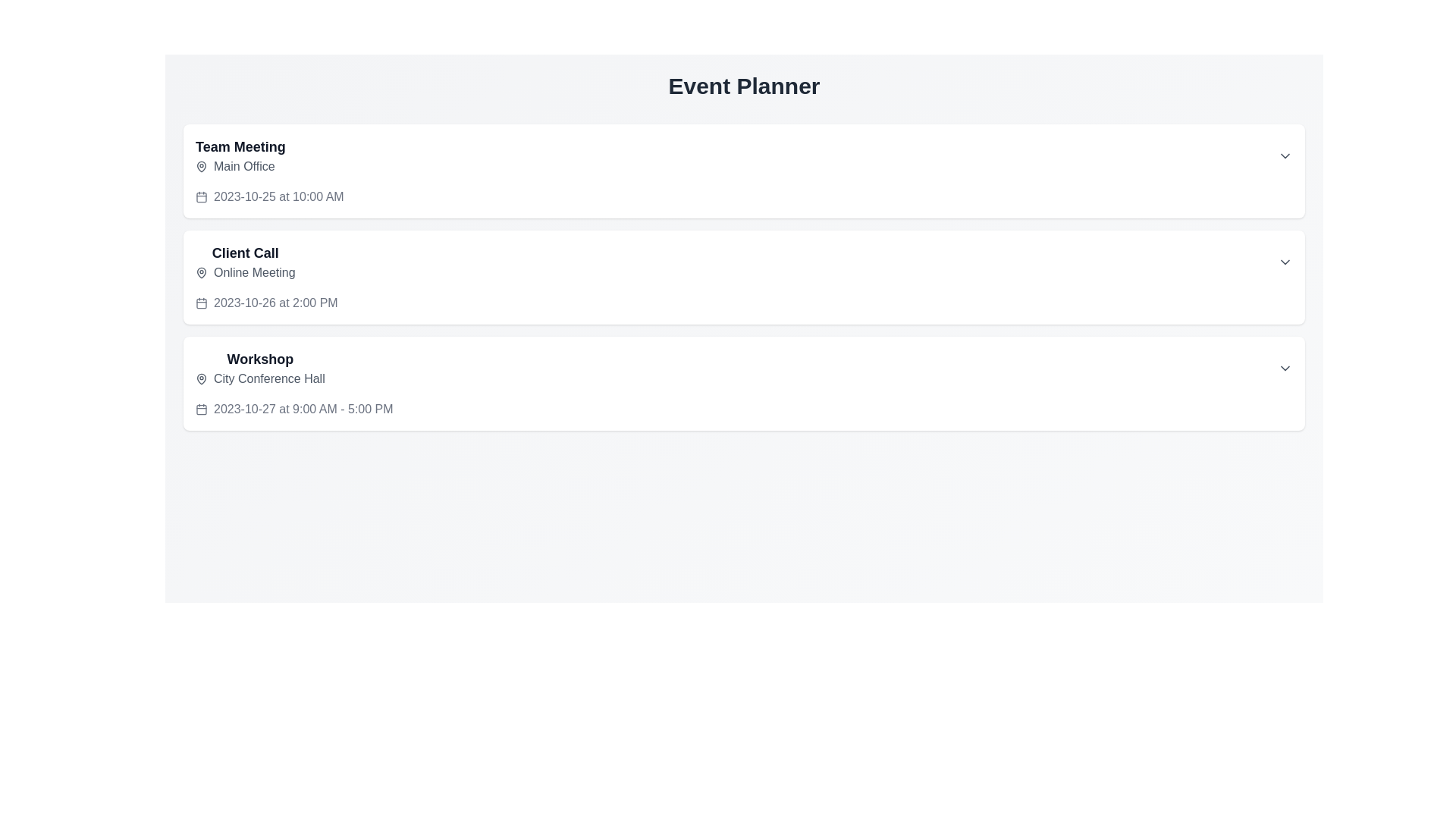  What do you see at coordinates (200, 303) in the screenshot?
I see `the date and time icon associated with the 'Client Call'` at bounding box center [200, 303].